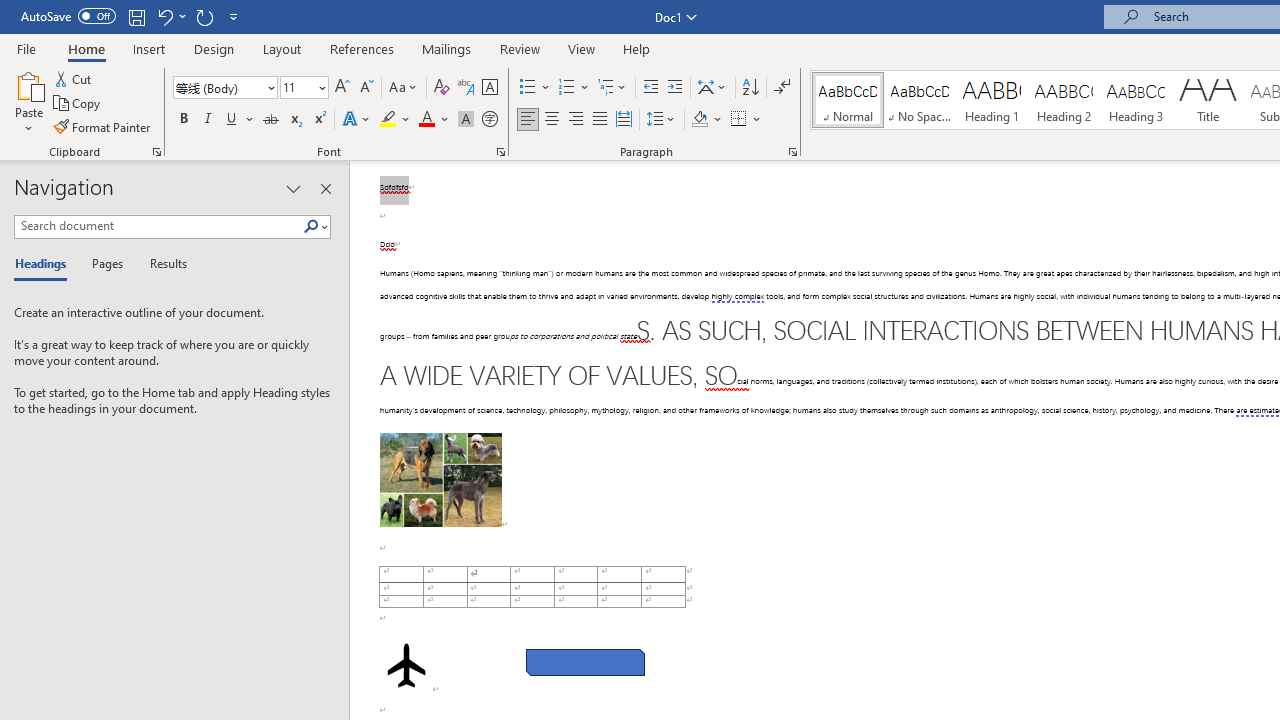 The image size is (1280, 720). I want to click on 'Align Right', so click(575, 119).